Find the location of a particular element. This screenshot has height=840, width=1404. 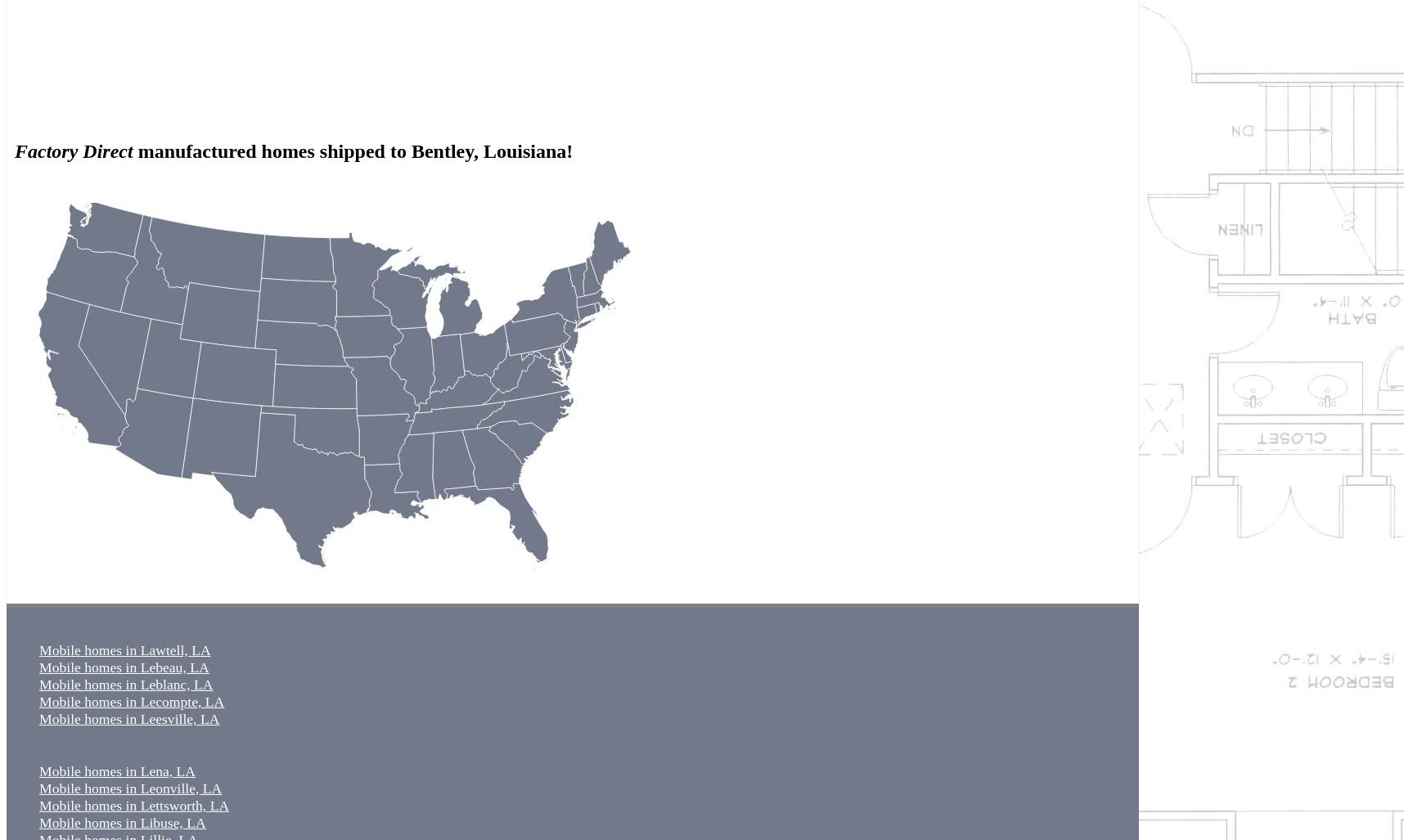

'Mobile homes in Leonville, LA' is located at coordinates (130, 788).